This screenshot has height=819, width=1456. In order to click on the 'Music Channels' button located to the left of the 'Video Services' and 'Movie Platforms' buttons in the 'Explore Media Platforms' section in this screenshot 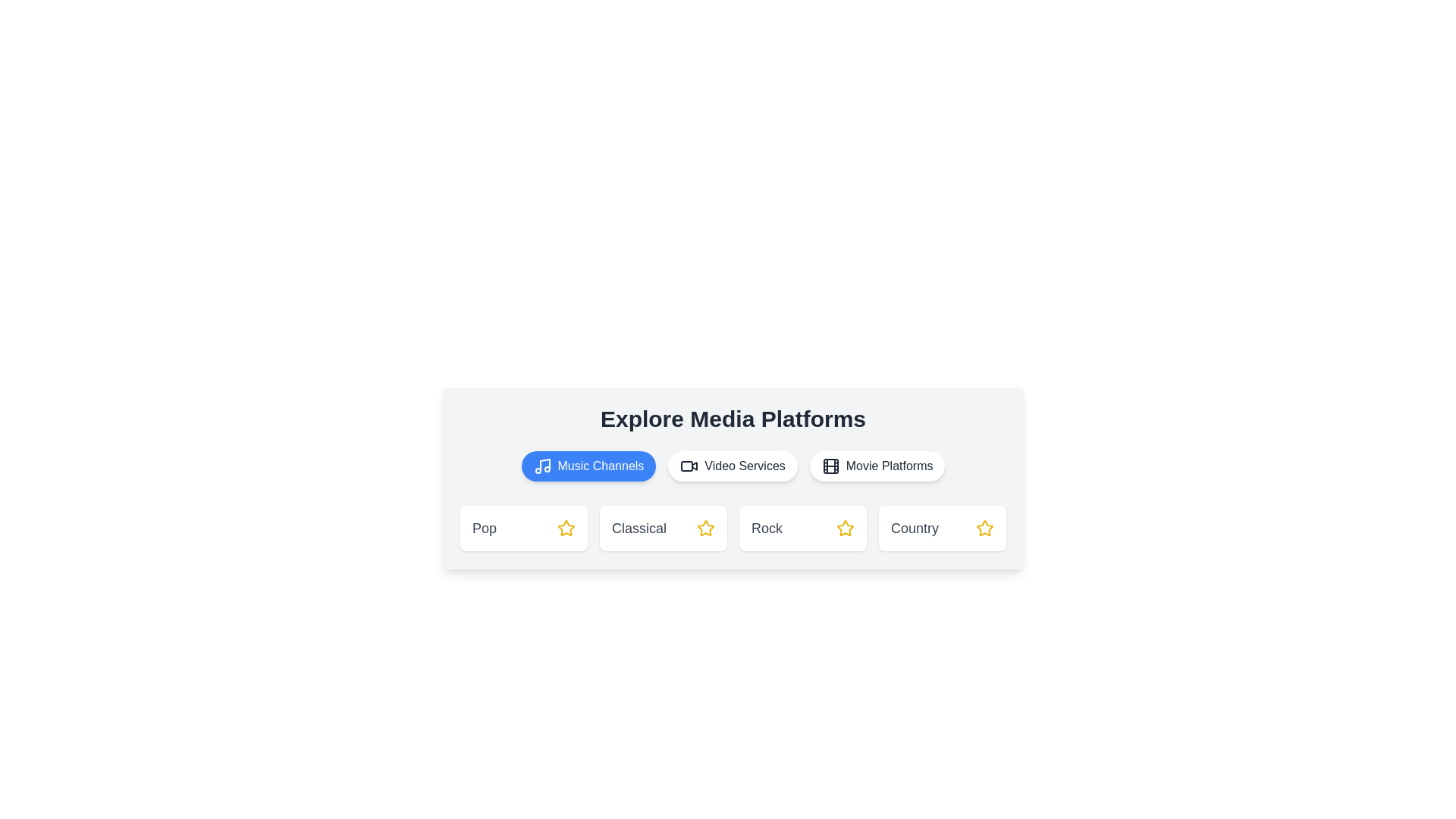, I will do `click(588, 465)`.